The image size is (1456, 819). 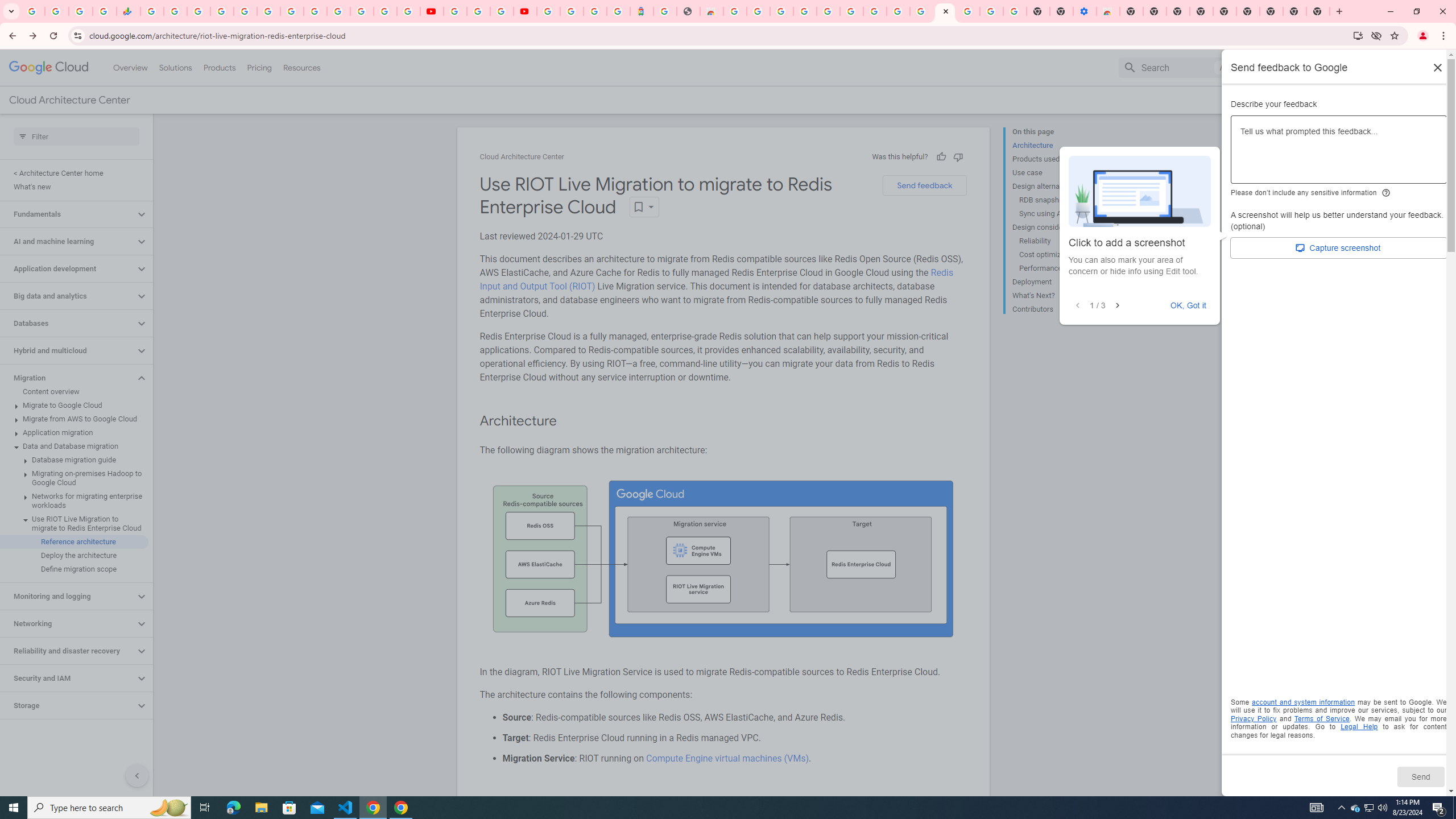 What do you see at coordinates (1077, 305) in the screenshot?
I see `'Previous'` at bounding box center [1077, 305].